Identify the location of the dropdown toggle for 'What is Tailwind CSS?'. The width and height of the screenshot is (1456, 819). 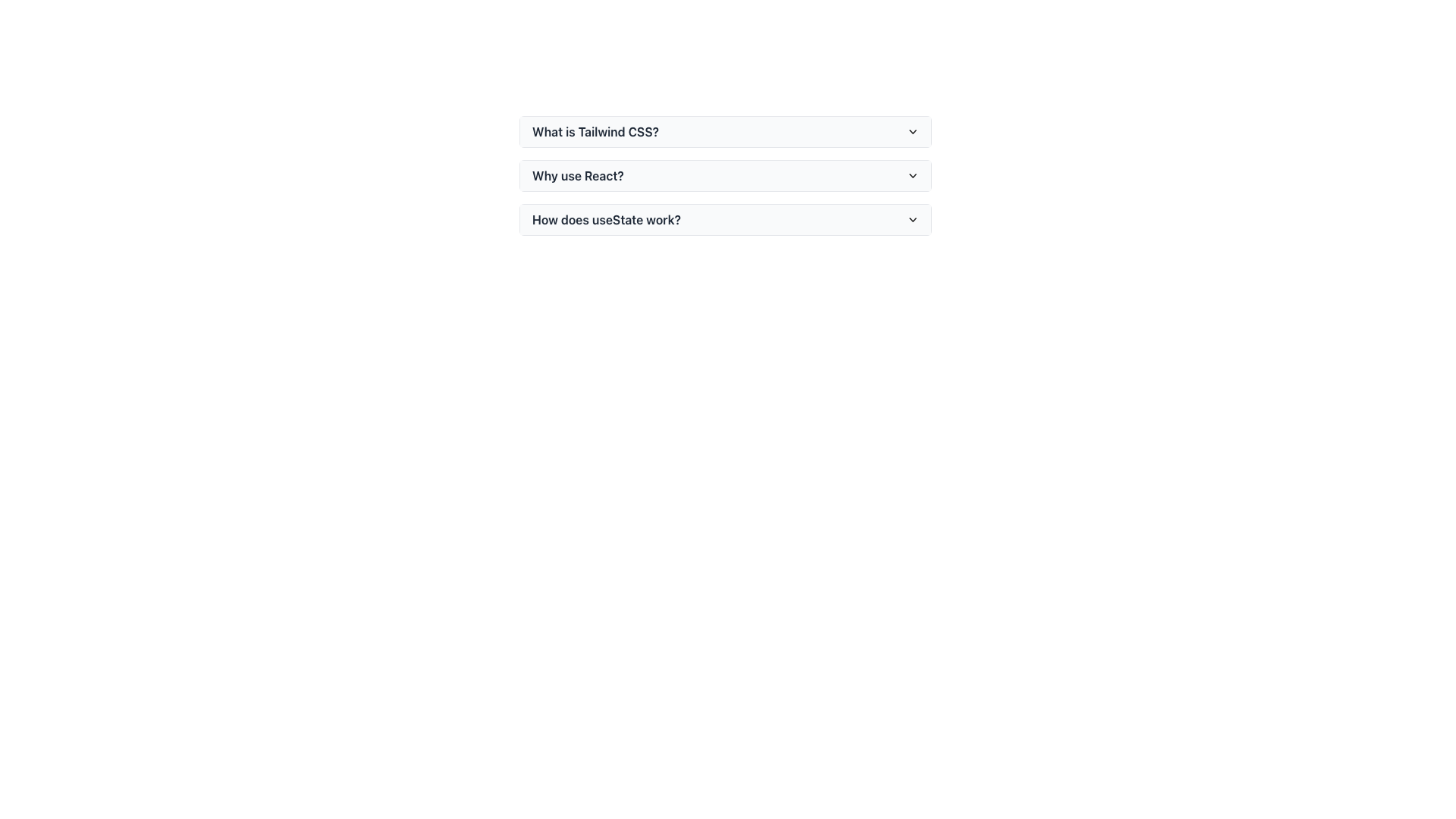
(724, 130).